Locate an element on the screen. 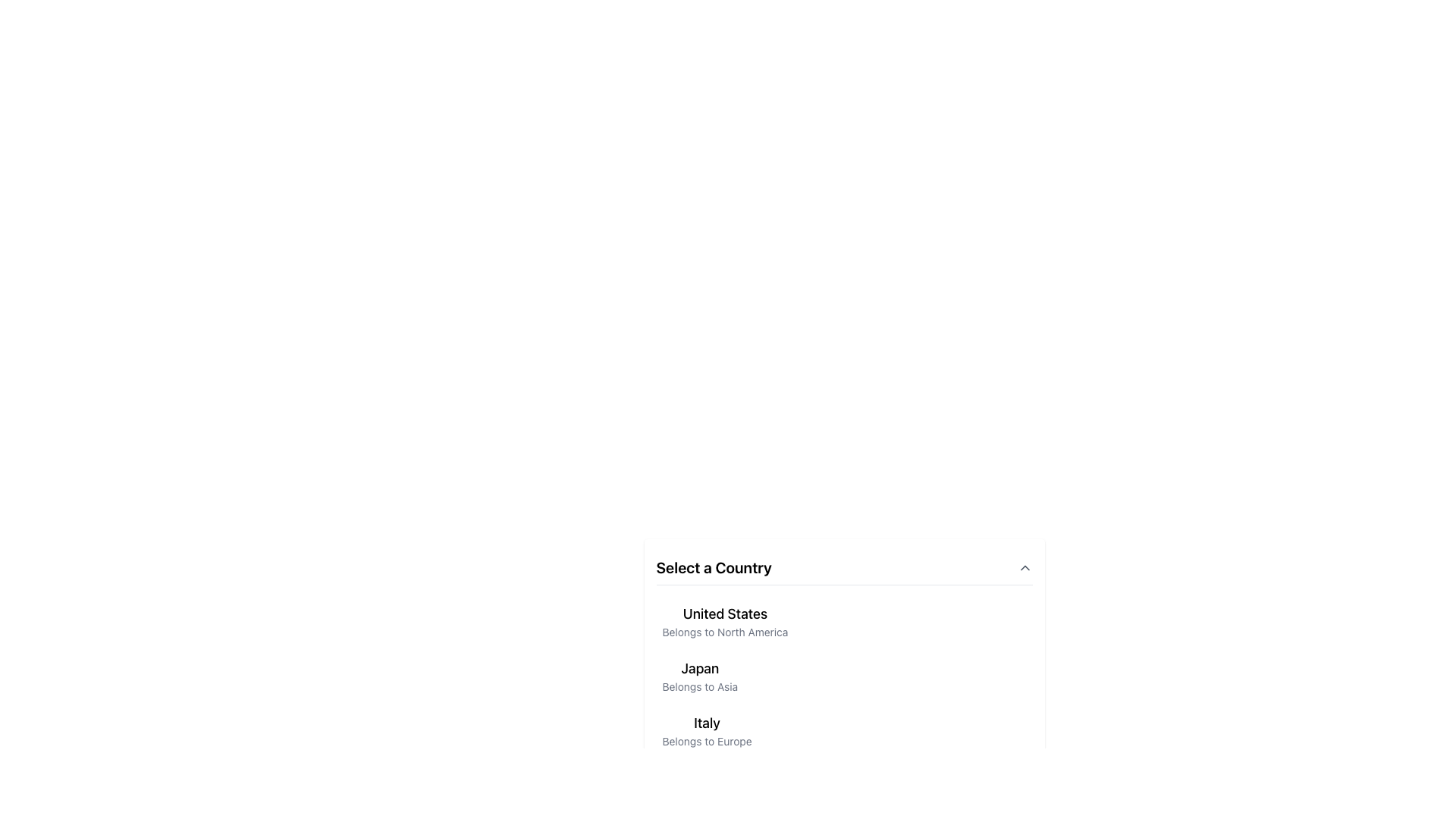  the second list item with subtext in the 'Select a Country' dropdown, which is located between 'United States' and 'Italy' is located at coordinates (843, 675).